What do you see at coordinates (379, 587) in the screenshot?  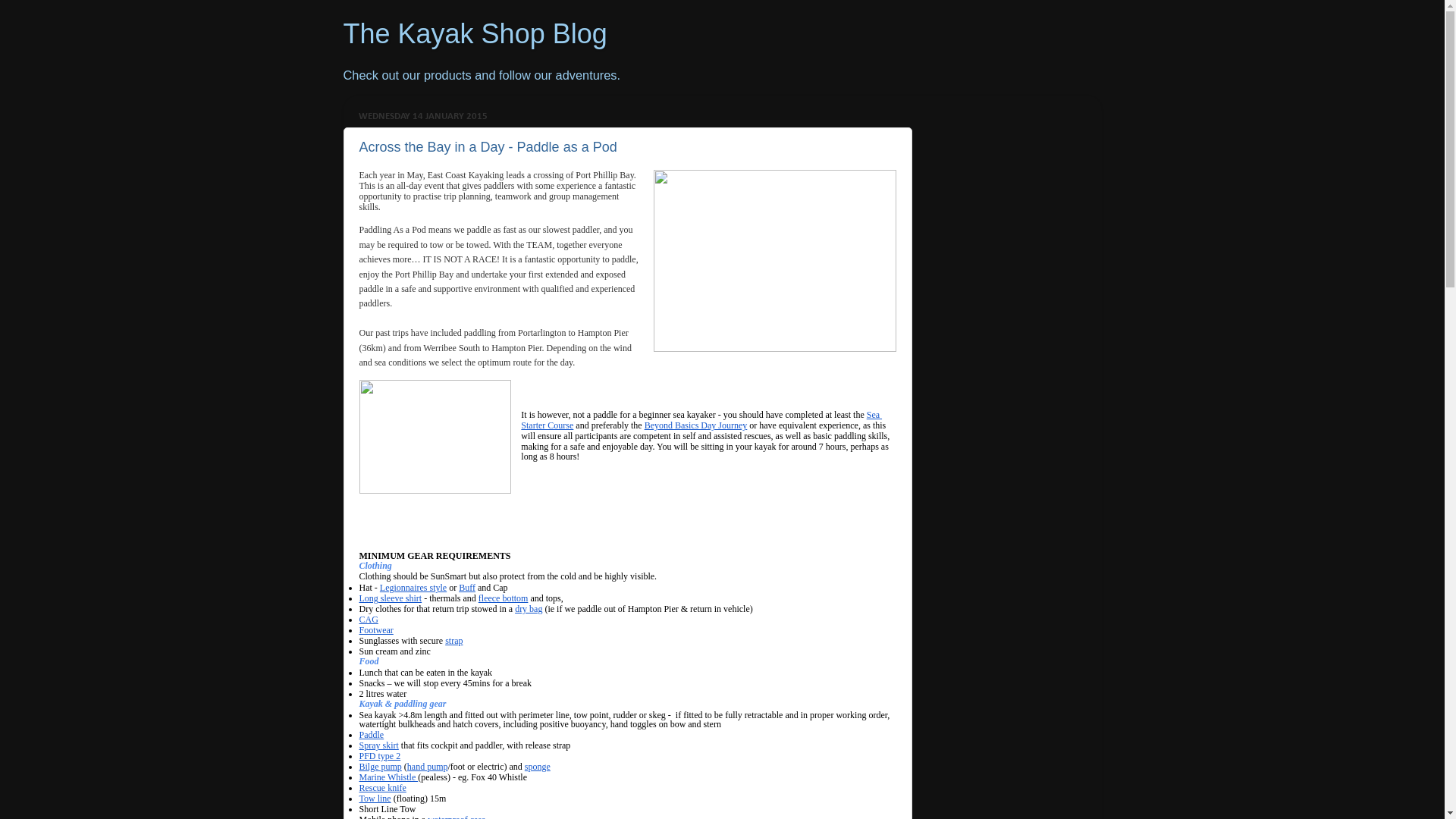 I see `'Legionnaires style'` at bounding box center [379, 587].